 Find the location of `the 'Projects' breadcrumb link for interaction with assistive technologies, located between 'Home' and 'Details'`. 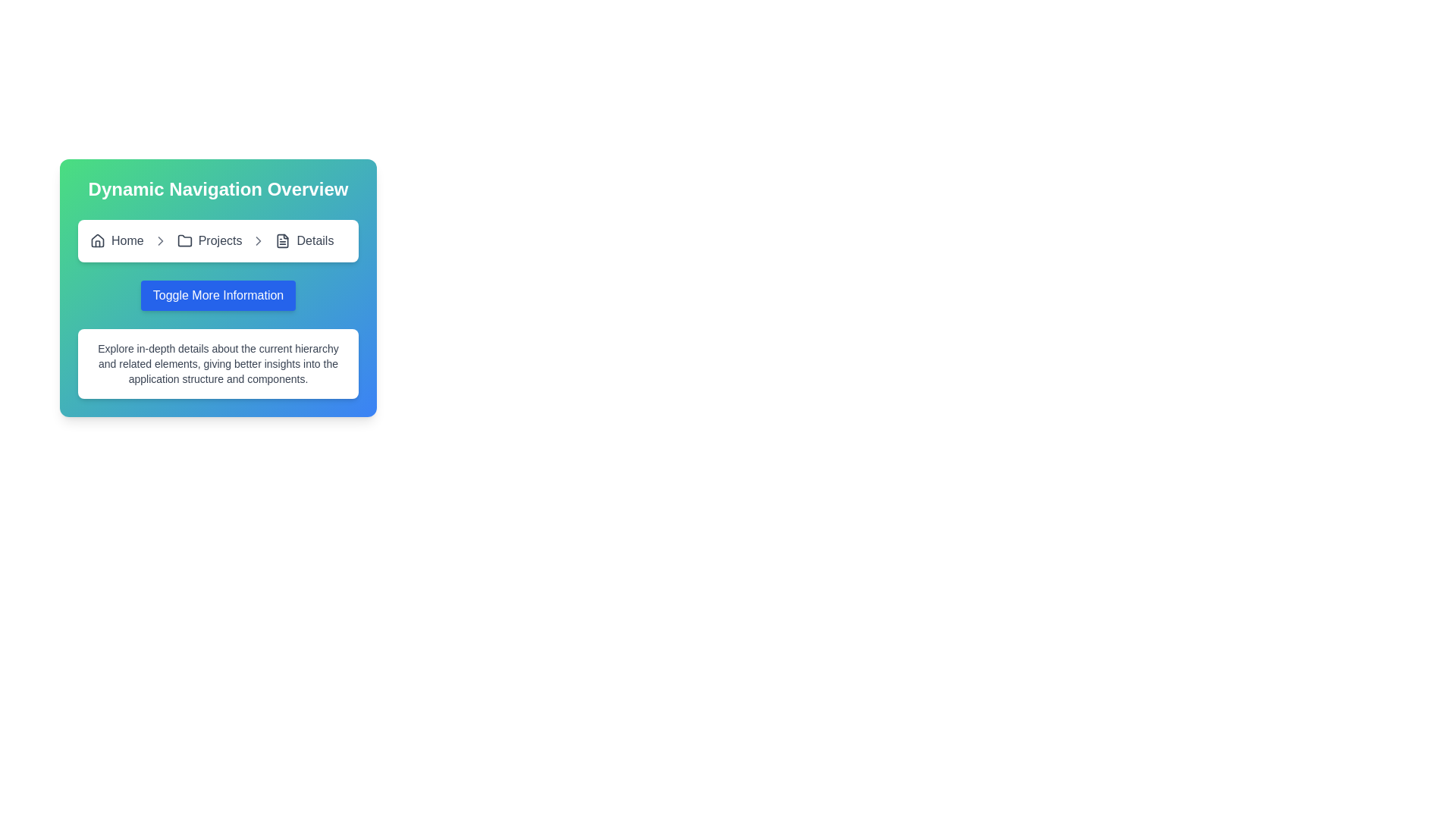

the 'Projects' breadcrumb link for interaction with assistive technologies, located between 'Home' and 'Details' is located at coordinates (209, 240).